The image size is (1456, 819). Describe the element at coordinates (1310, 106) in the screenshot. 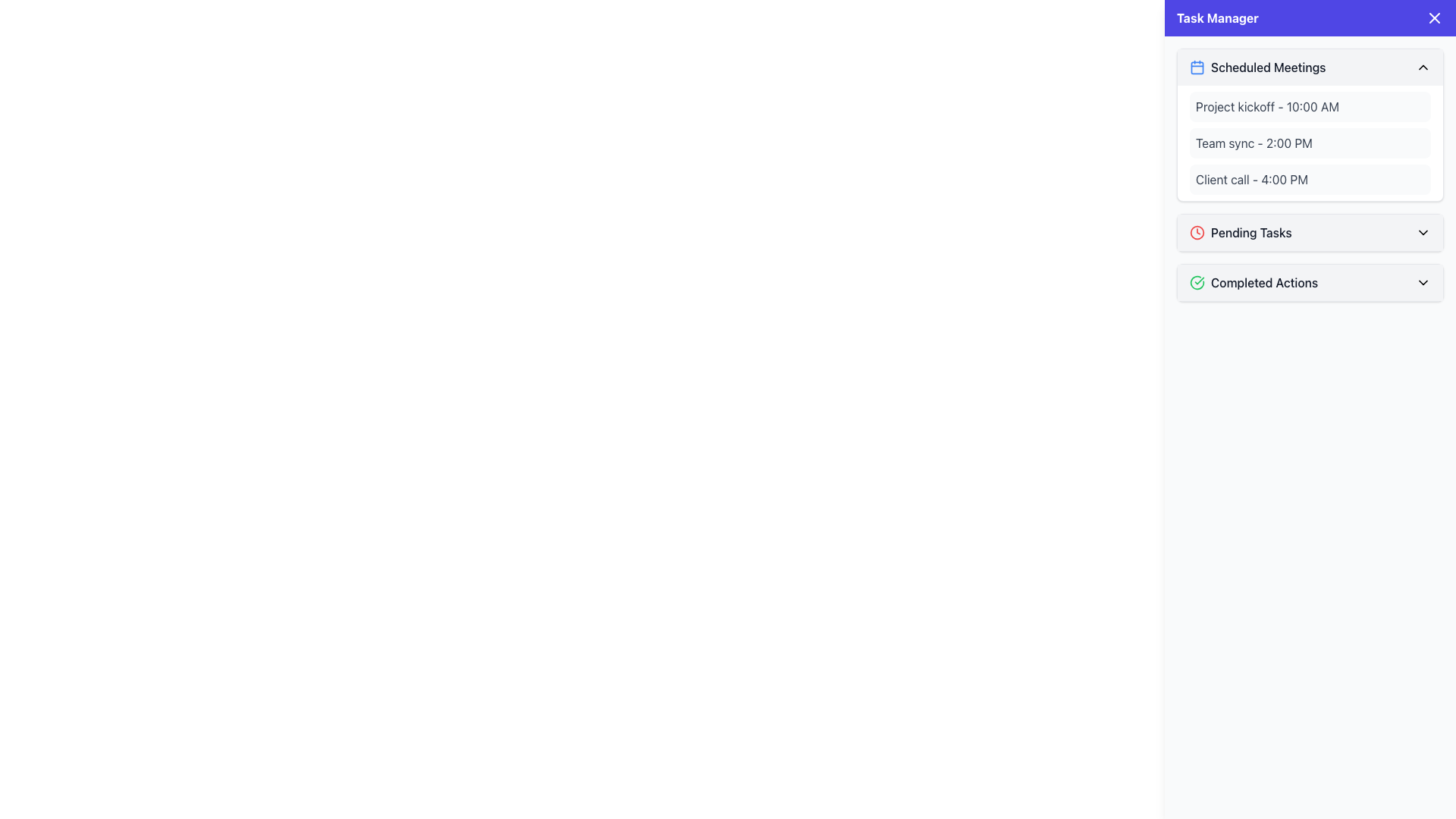

I see `the first meeting schedule entry in the 'Scheduled Meetings' section of the 'Task Manager' panel, which displays the meeting name and time` at that location.